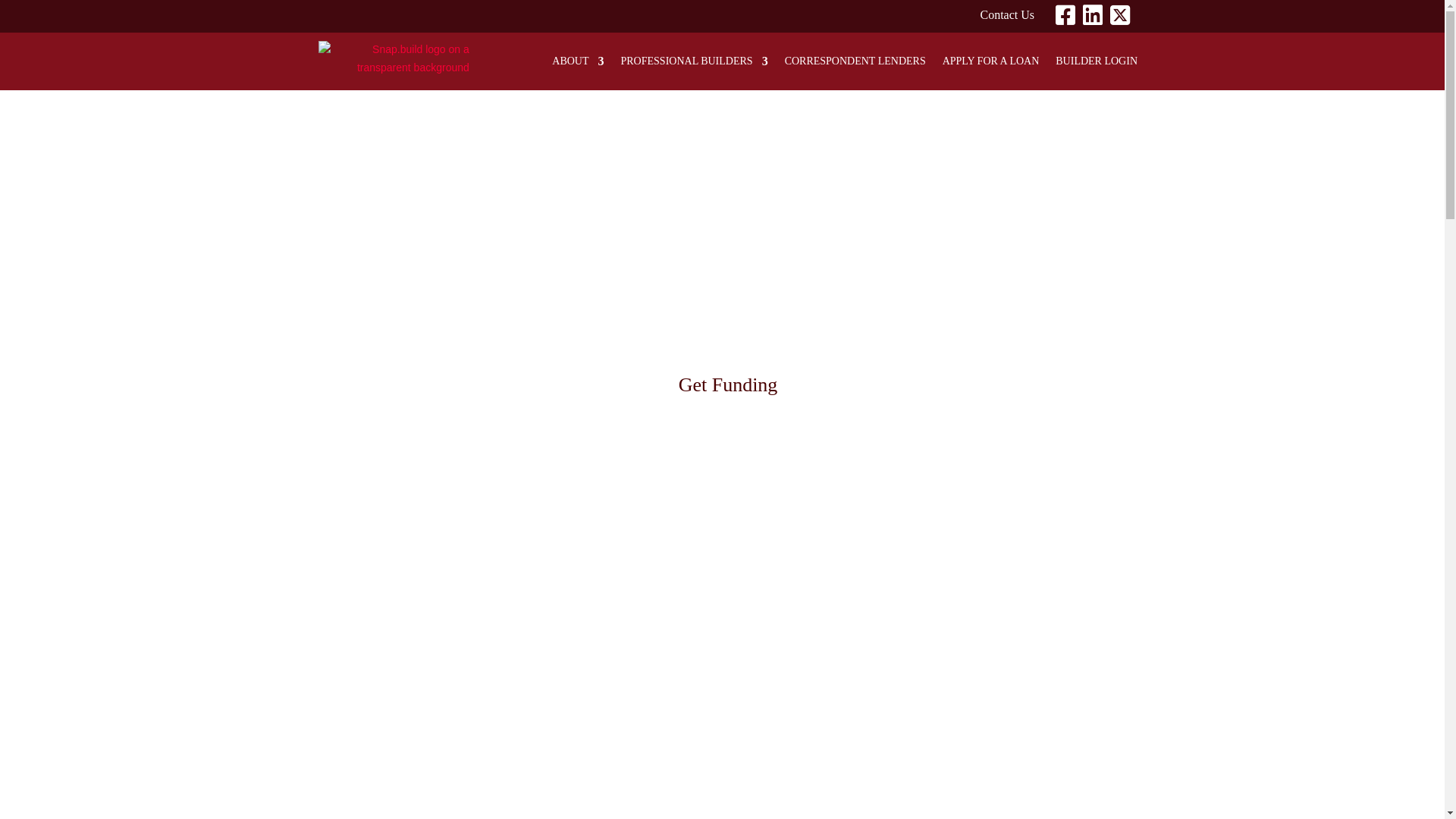 This screenshot has width=1456, height=819. What do you see at coordinates (1096, 61) in the screenshot?
I see `'BUILDER LOGIN'` at bounding box center [1096, 61].